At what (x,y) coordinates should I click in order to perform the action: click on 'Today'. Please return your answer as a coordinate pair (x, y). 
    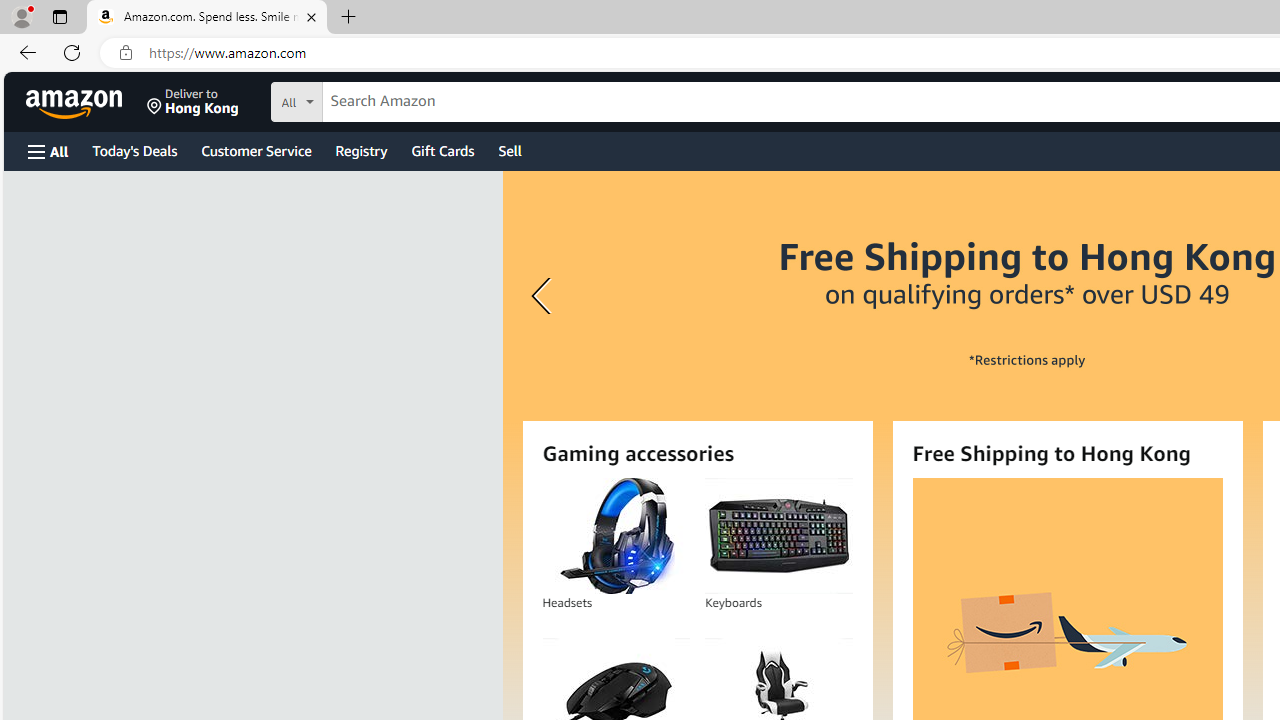
    Looking at the image, I should click on (133, 149).